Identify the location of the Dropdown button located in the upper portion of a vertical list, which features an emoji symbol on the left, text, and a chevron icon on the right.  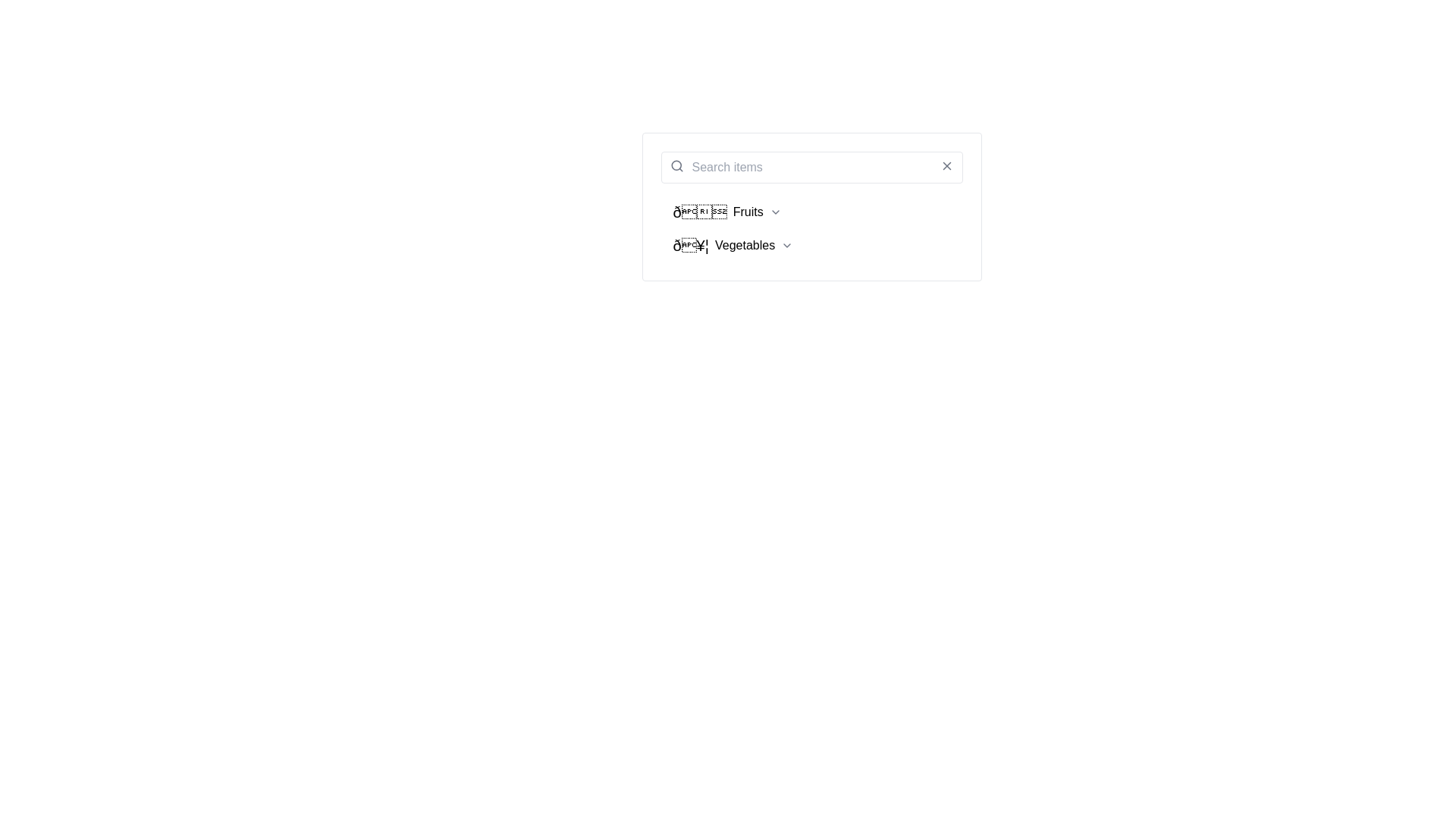
(726, 212).